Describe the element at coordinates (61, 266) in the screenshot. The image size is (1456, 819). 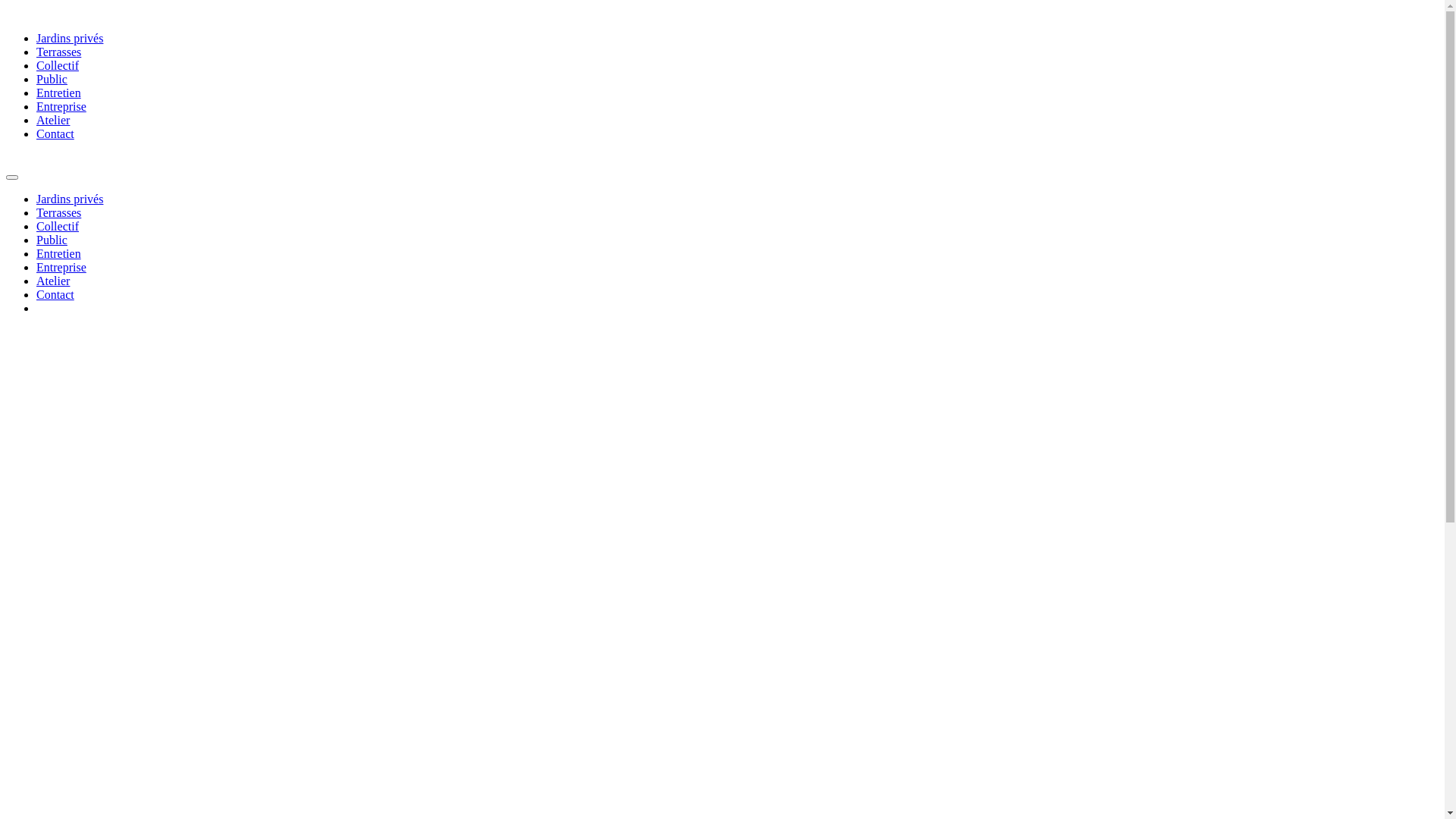
I see `'Entreprise'` at that location.